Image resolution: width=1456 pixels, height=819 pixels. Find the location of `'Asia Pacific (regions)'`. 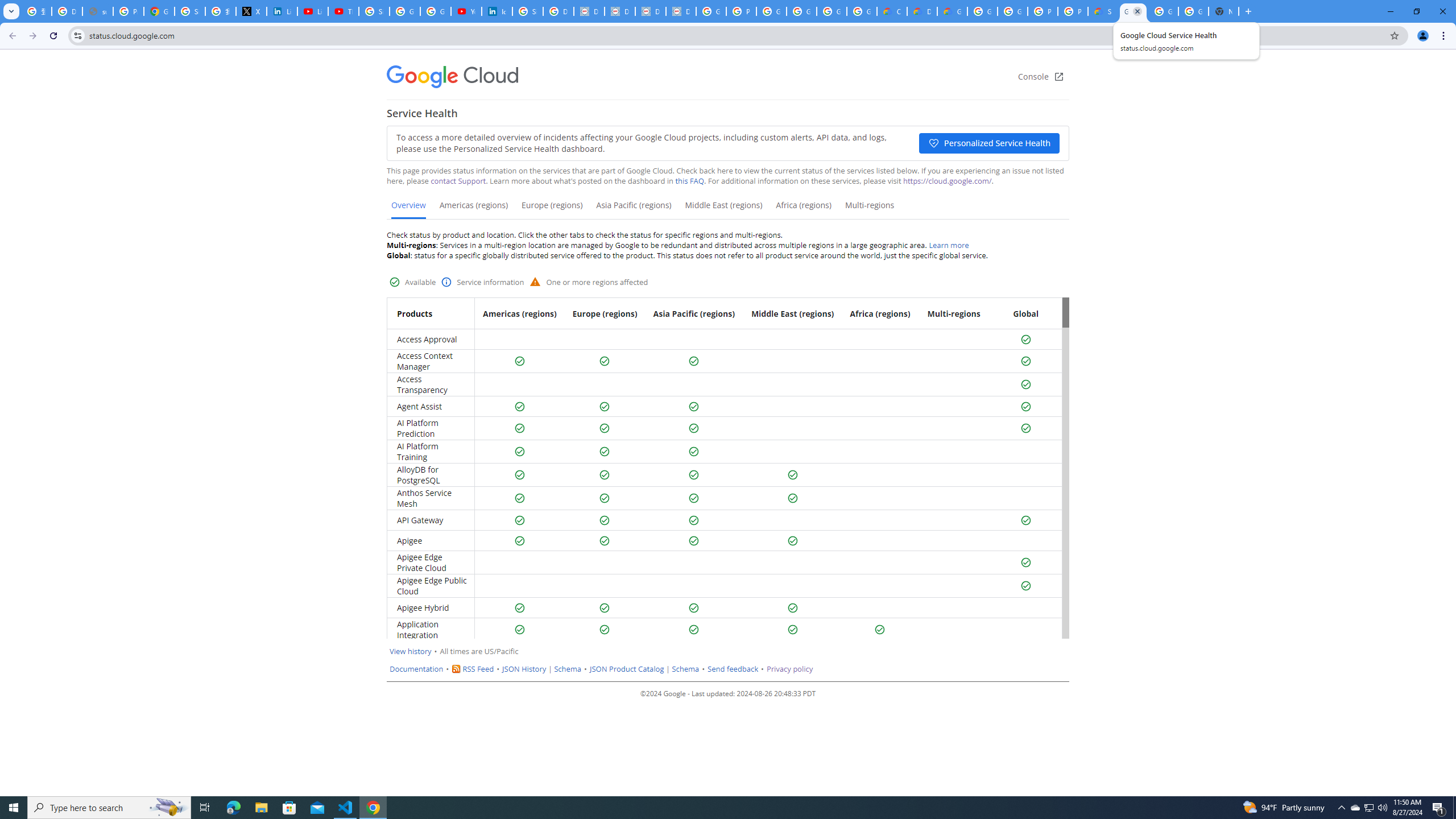

'Asia Pacific (regions)' is located at coordinates (632, 209).